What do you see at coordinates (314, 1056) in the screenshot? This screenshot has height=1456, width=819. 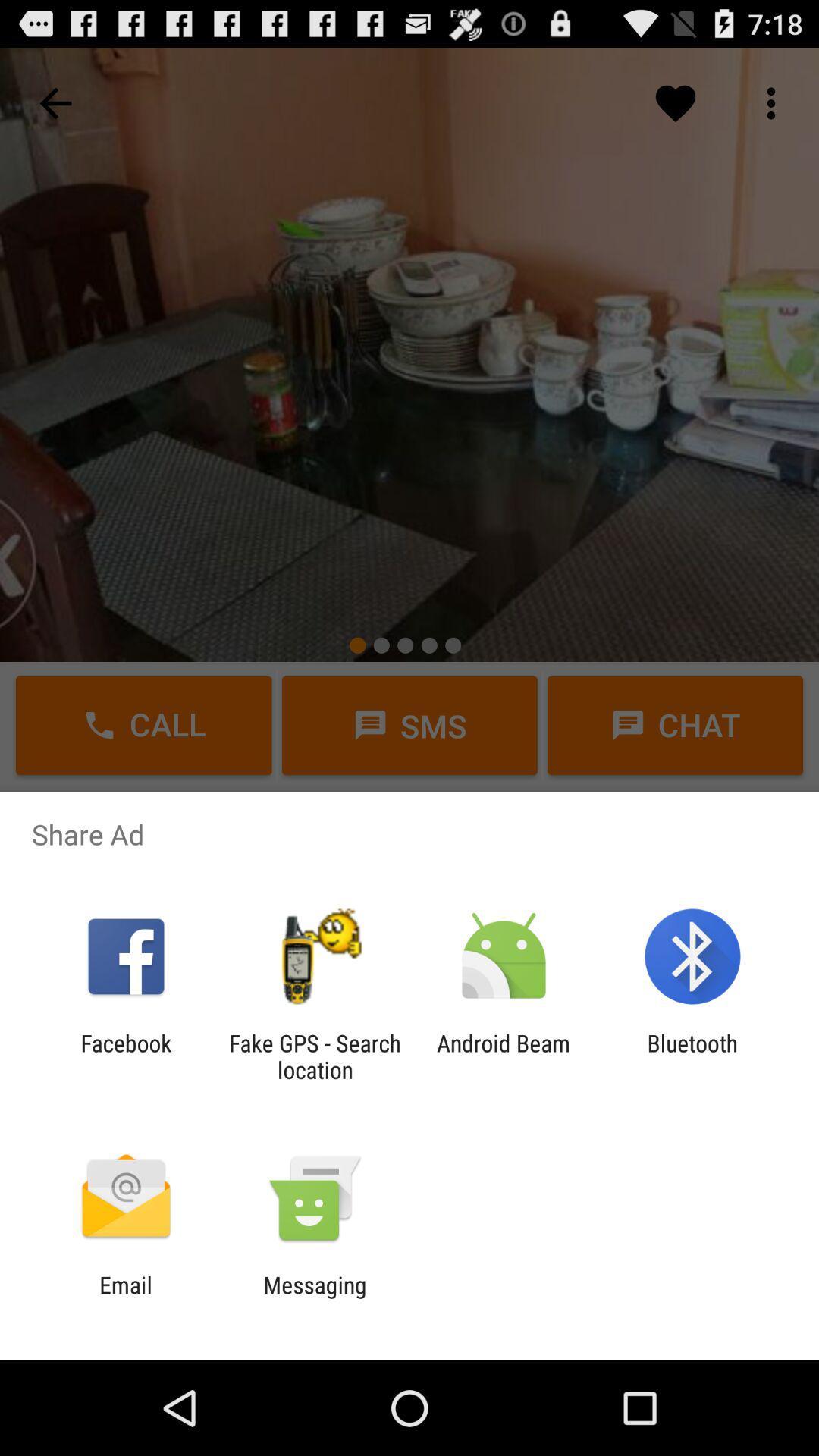 I see `the fake gps search` at bounding box center [314, 1056].